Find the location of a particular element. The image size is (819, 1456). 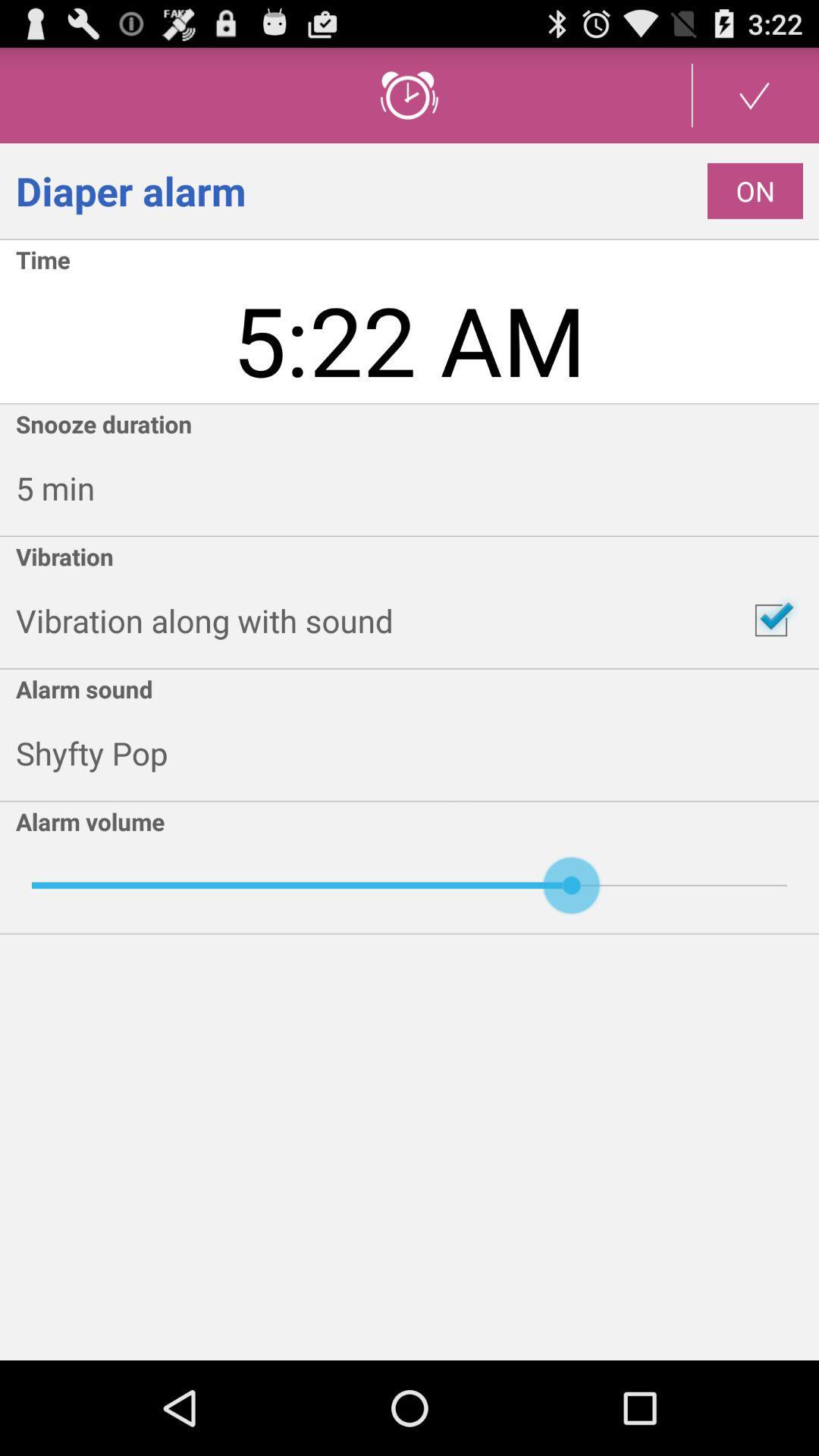

the shyfty pop is located at coordinates (417, 753).